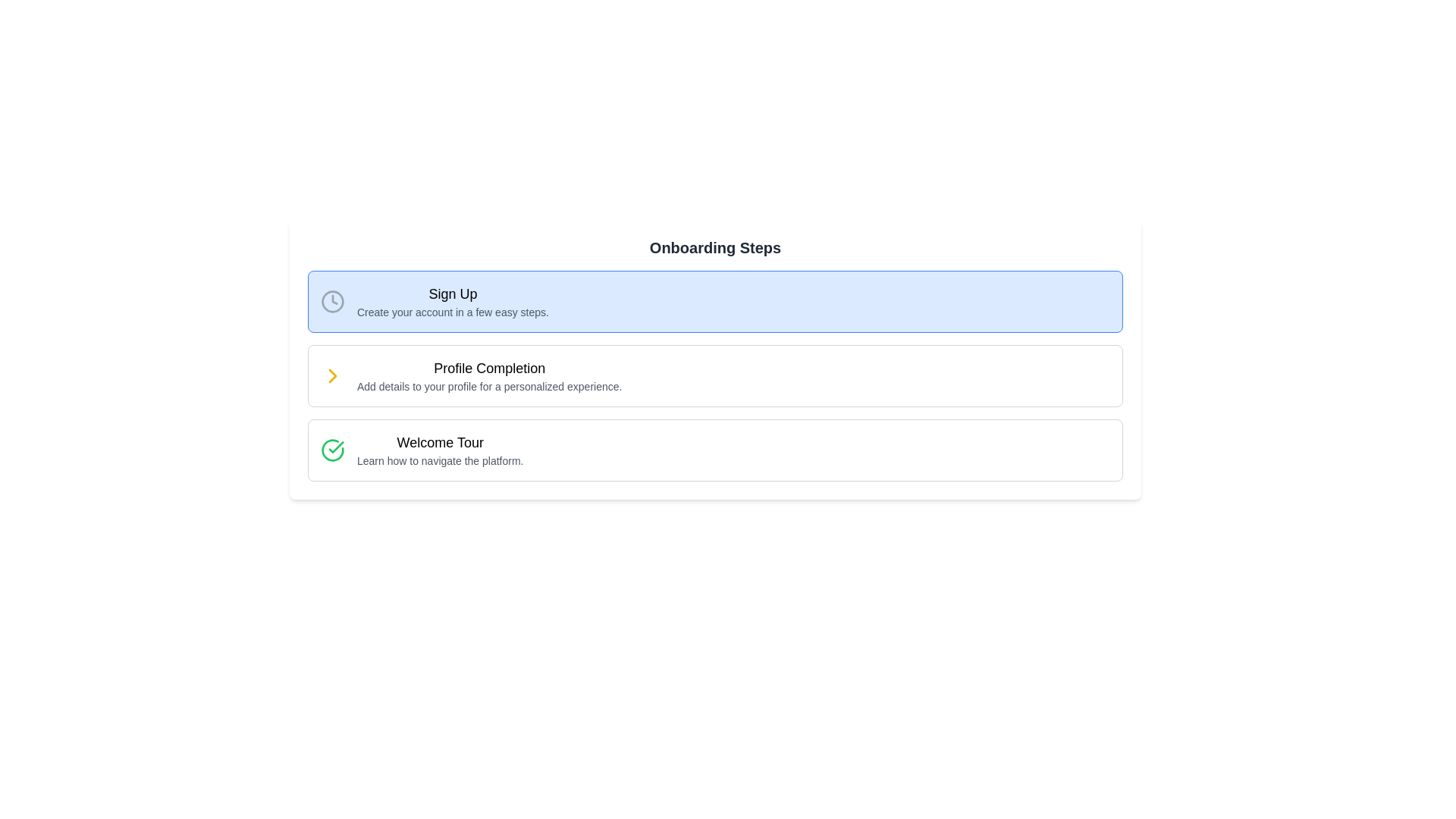 This screenshot has width=1456, height=819. Describe the element at coordinates (439, 460) in the screenshot. I see `descriptive text label located directly below the 'Welcome Tour' text, which provides supplementary instructions about the feature` at that location.